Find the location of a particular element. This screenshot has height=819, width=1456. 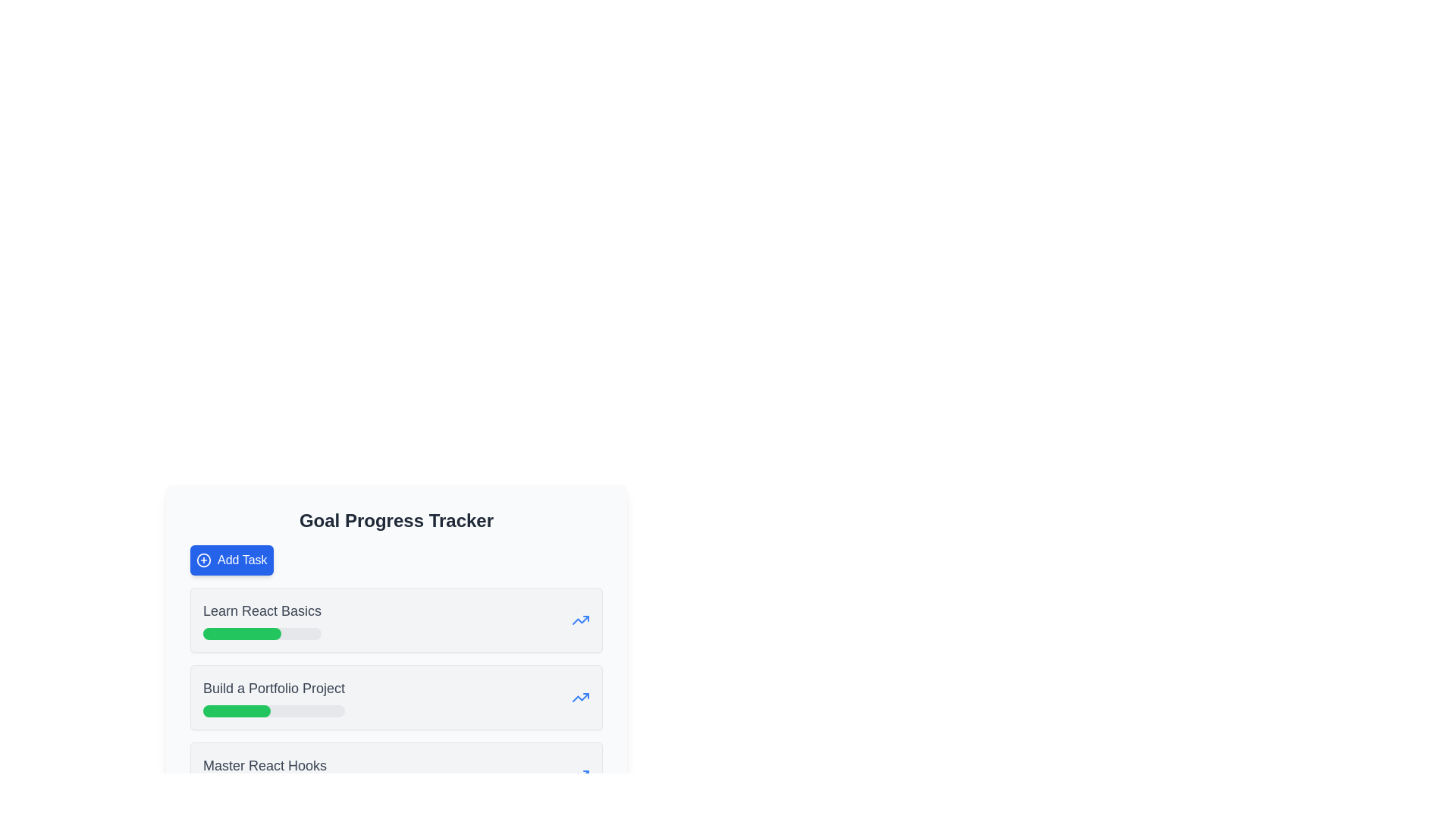

the text label or heading for the task 'Learn React Basics', which serves as the title for the associated progress bar and related actions is located at coordinates (262, 620).